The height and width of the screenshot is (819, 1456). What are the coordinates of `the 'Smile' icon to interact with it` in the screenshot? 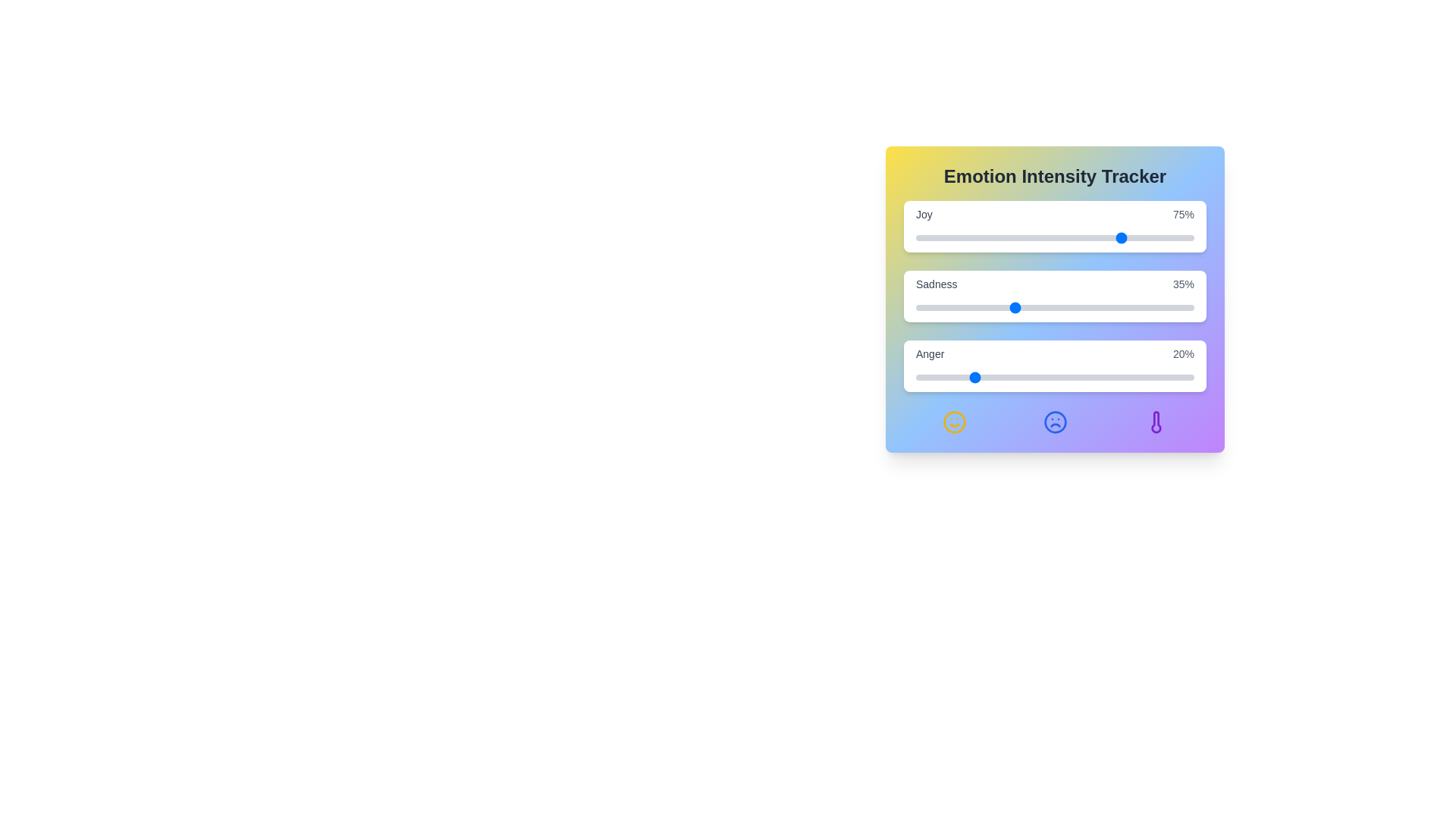 It's located at (953, 422).